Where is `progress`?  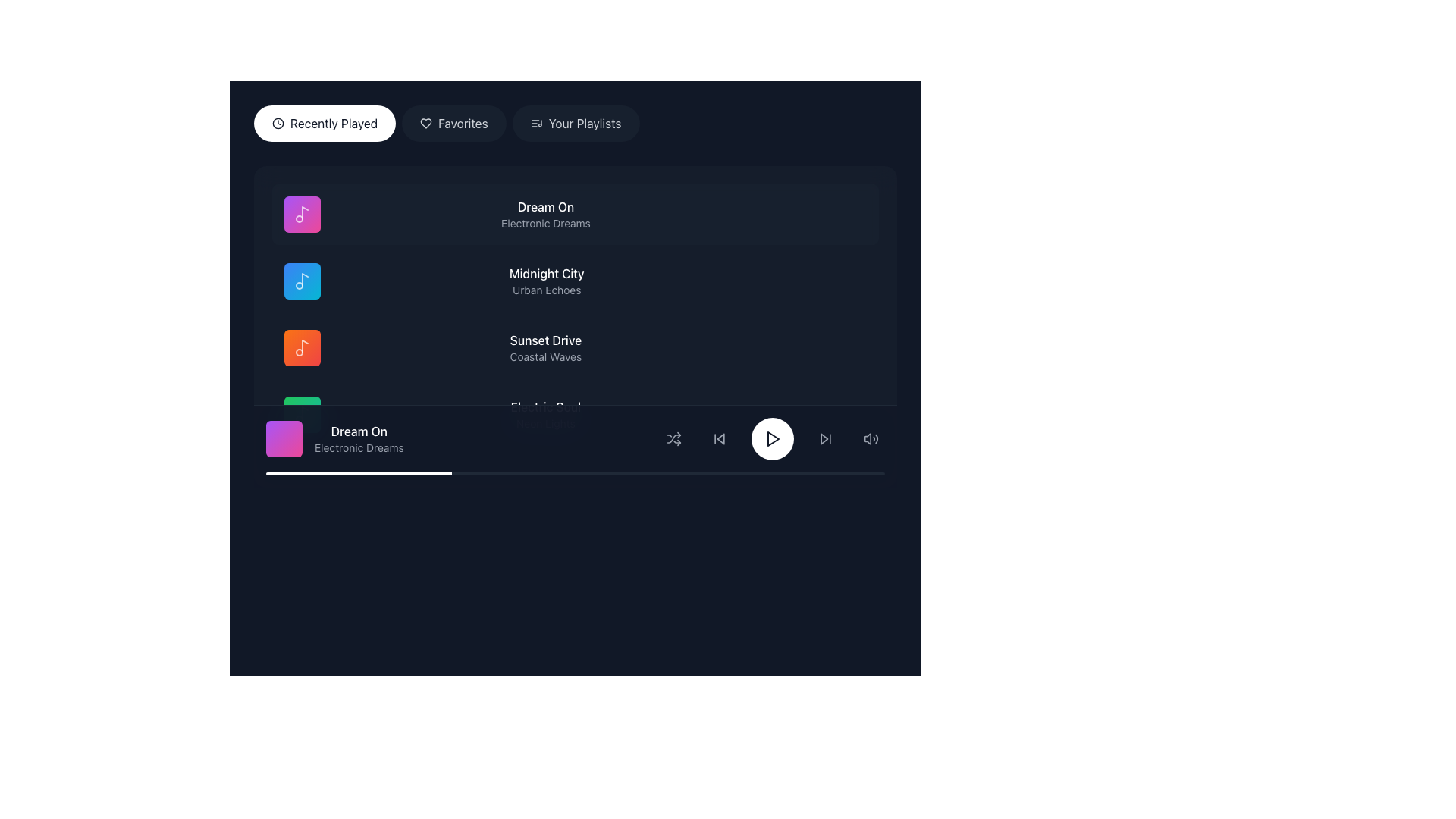
progress is located at coordinates (649, 472).